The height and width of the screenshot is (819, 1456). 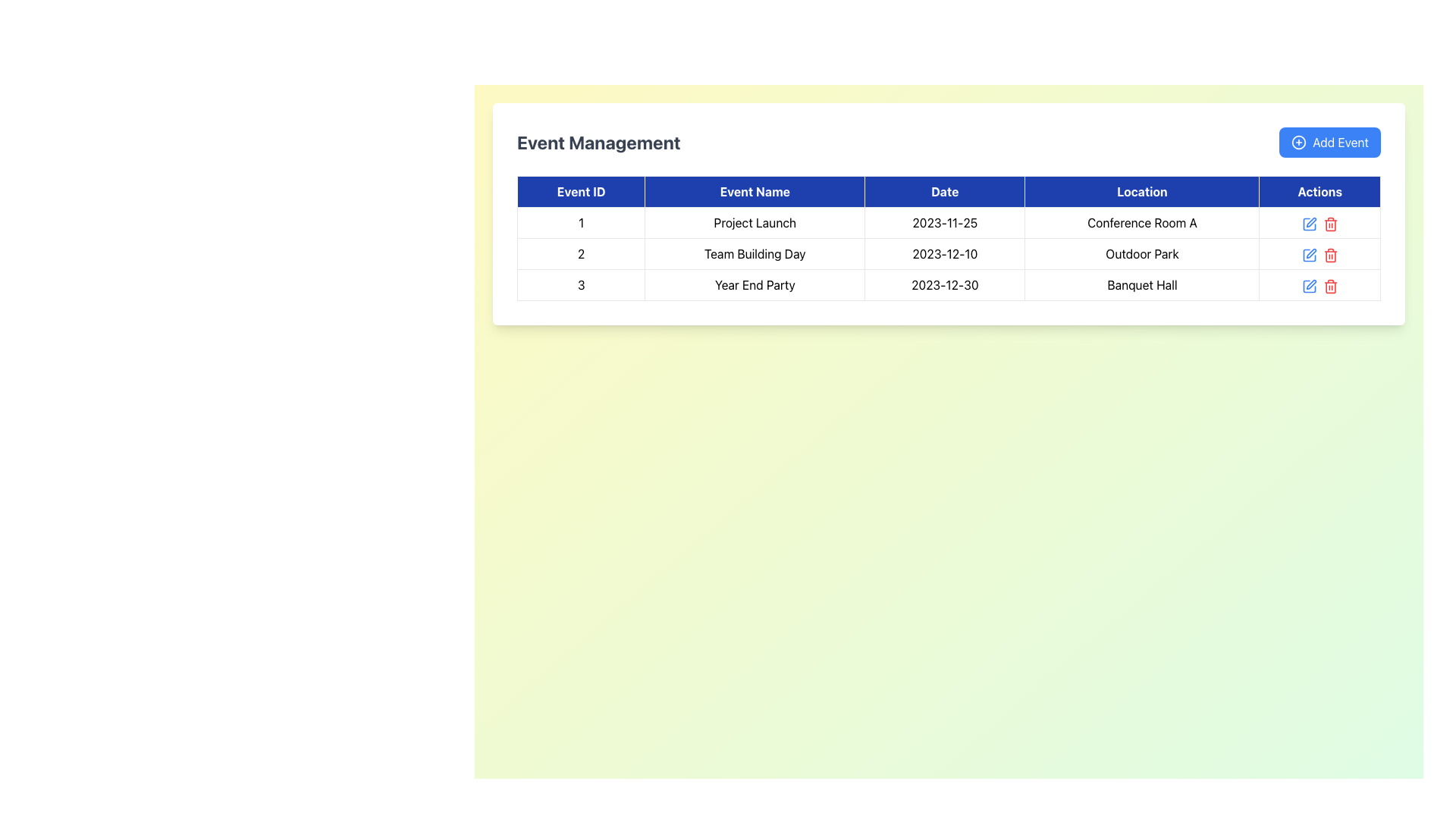 I want to click on the Text Display Cell in the fourth column of the third row of the 'Event Management' table, which corresponds to the 'Year End Party' event on '2023-12-30', so click(x=1142, y=284).